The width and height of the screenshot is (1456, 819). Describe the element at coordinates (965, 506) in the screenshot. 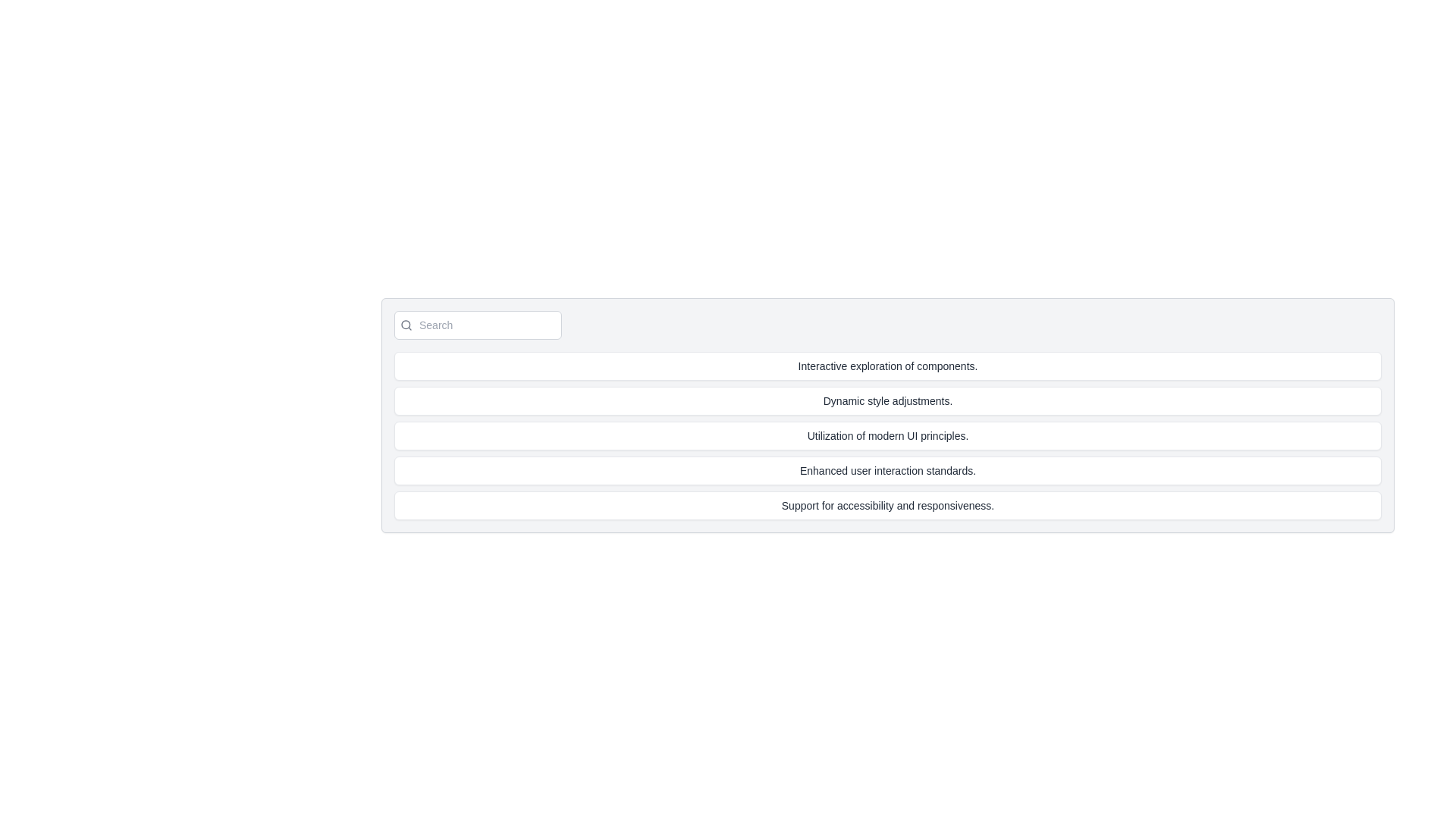

I see `the lowercase letter 'e' in the word 'responsiveness' within the text 'Support for accessibility and responsiveness.'` at that location.